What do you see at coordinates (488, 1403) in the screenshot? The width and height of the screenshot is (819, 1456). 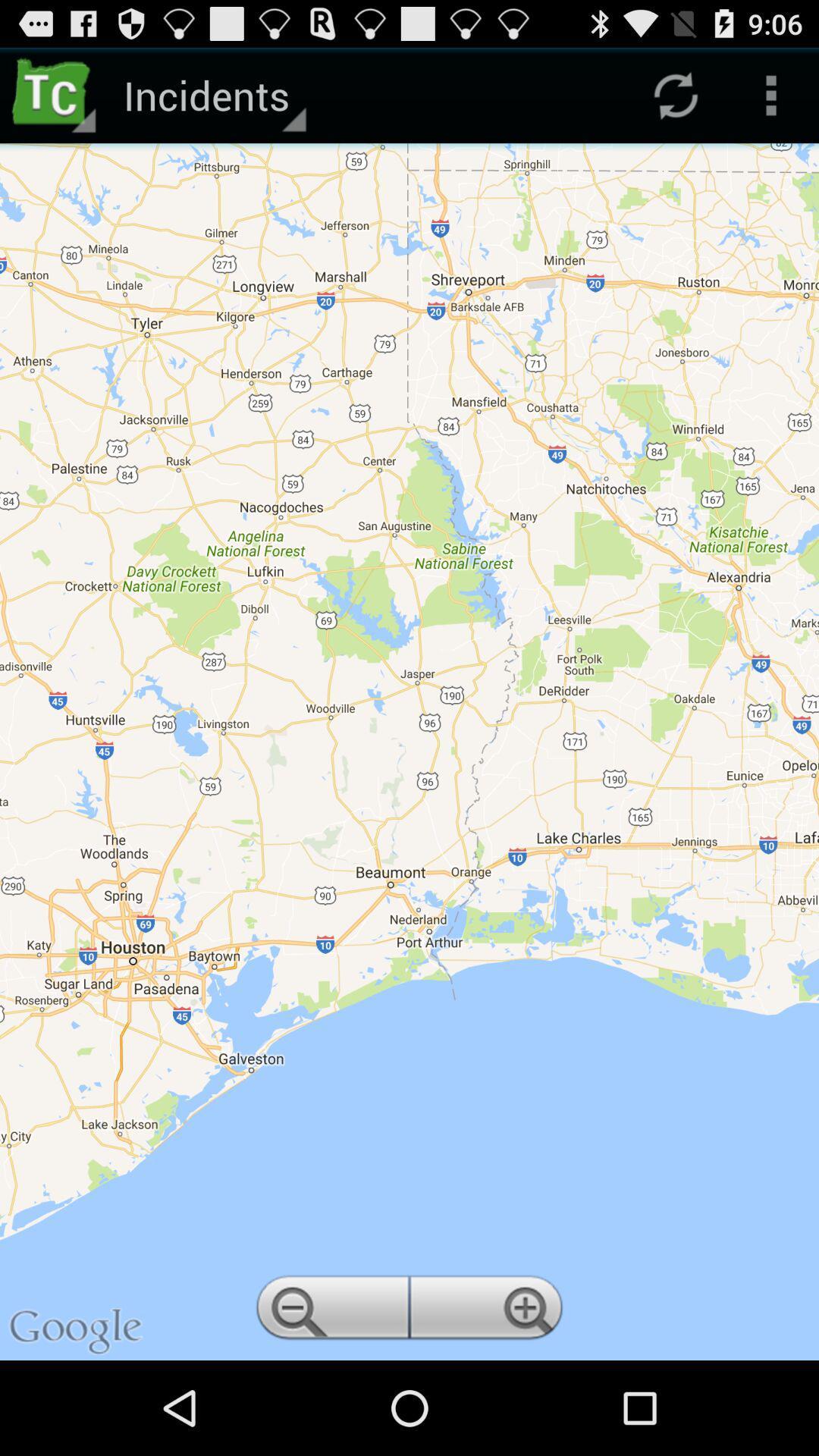 I see `the globe icon` at bounding box center [488, 1403].